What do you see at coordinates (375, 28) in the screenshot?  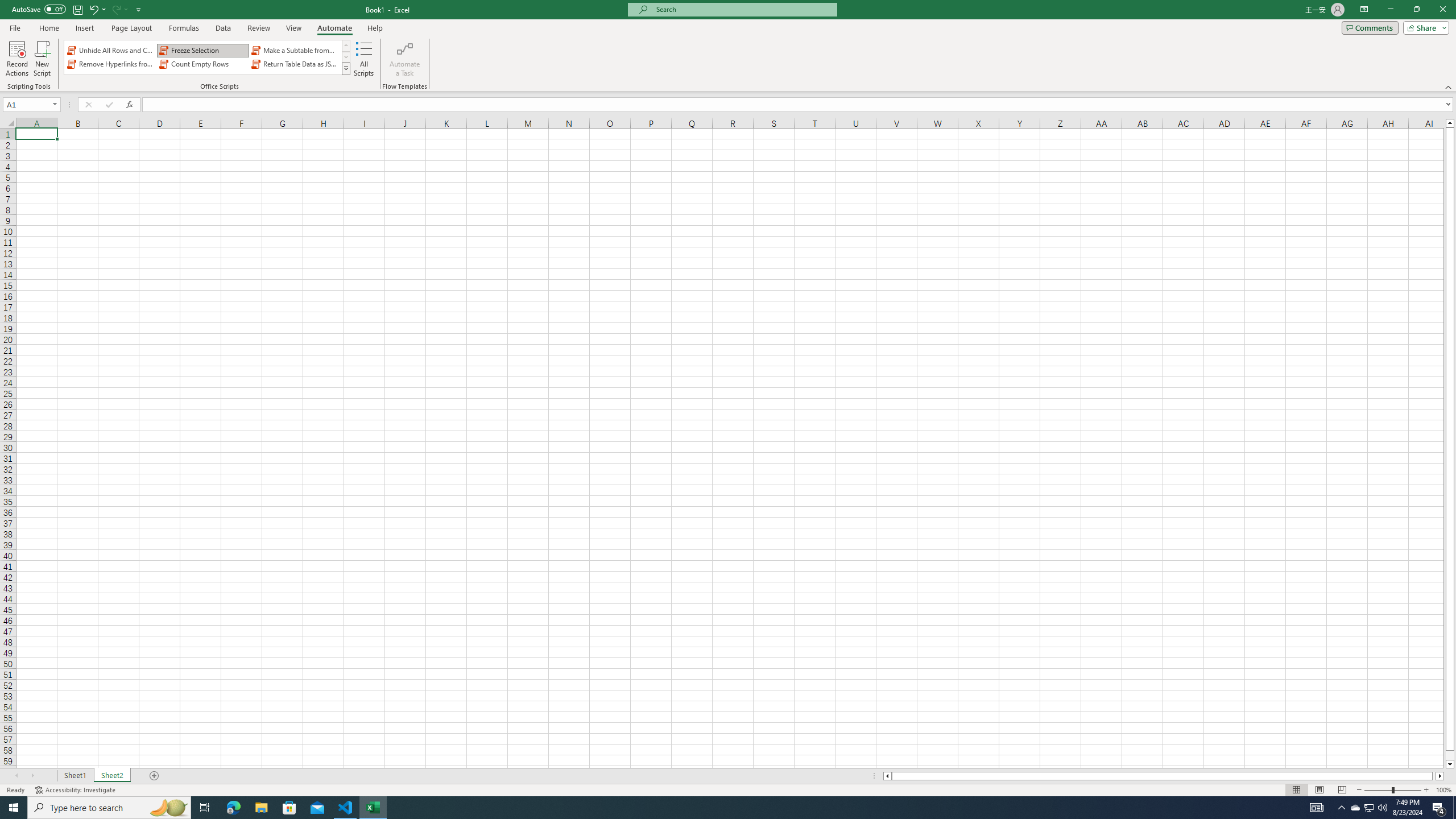 I see `'Help'` at bounding box center [375, 28].